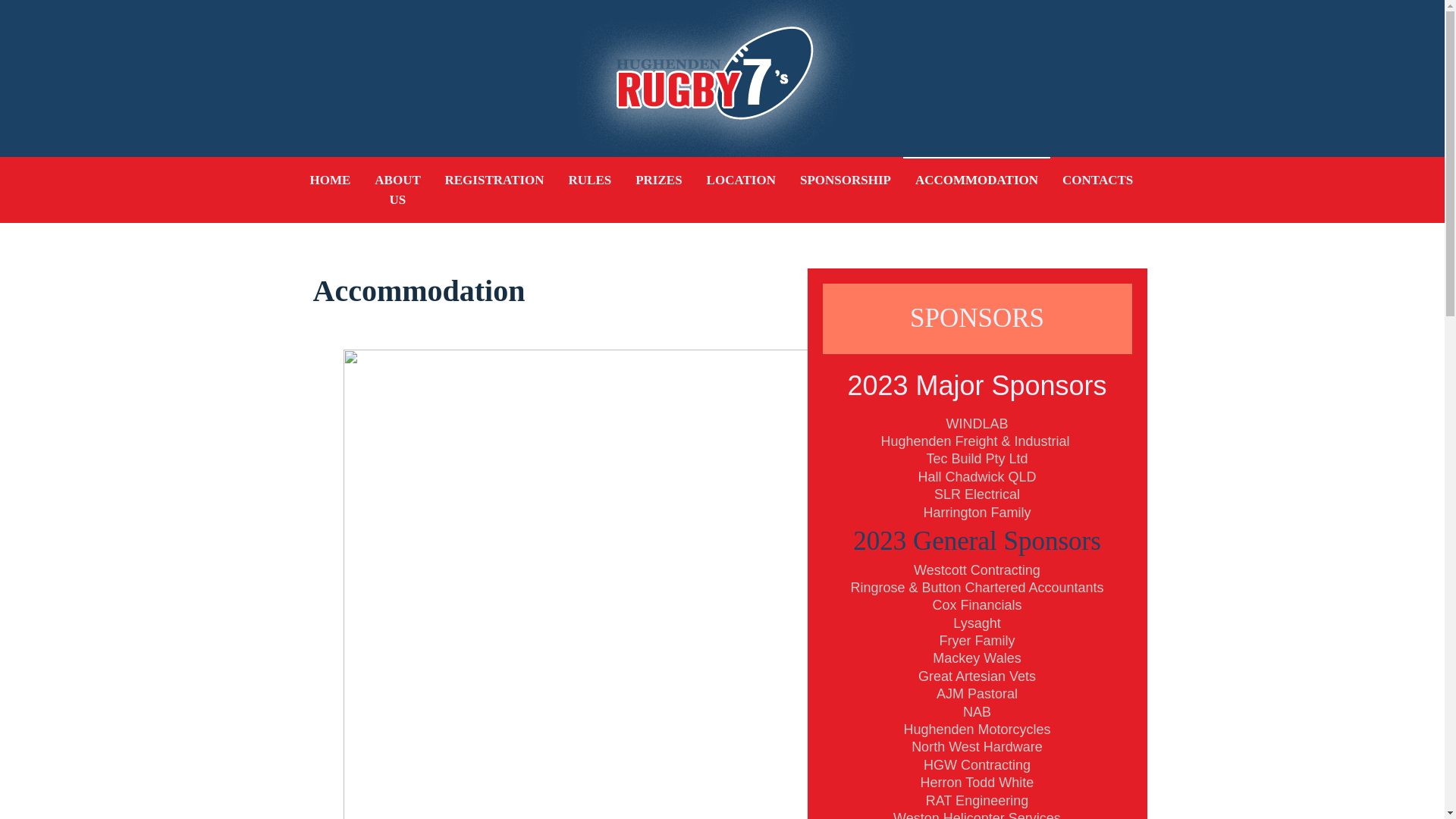 Image resolution: width=1456 pixels, height=819 pixels. I want to click on 'LOCATION', so click(741, 180).